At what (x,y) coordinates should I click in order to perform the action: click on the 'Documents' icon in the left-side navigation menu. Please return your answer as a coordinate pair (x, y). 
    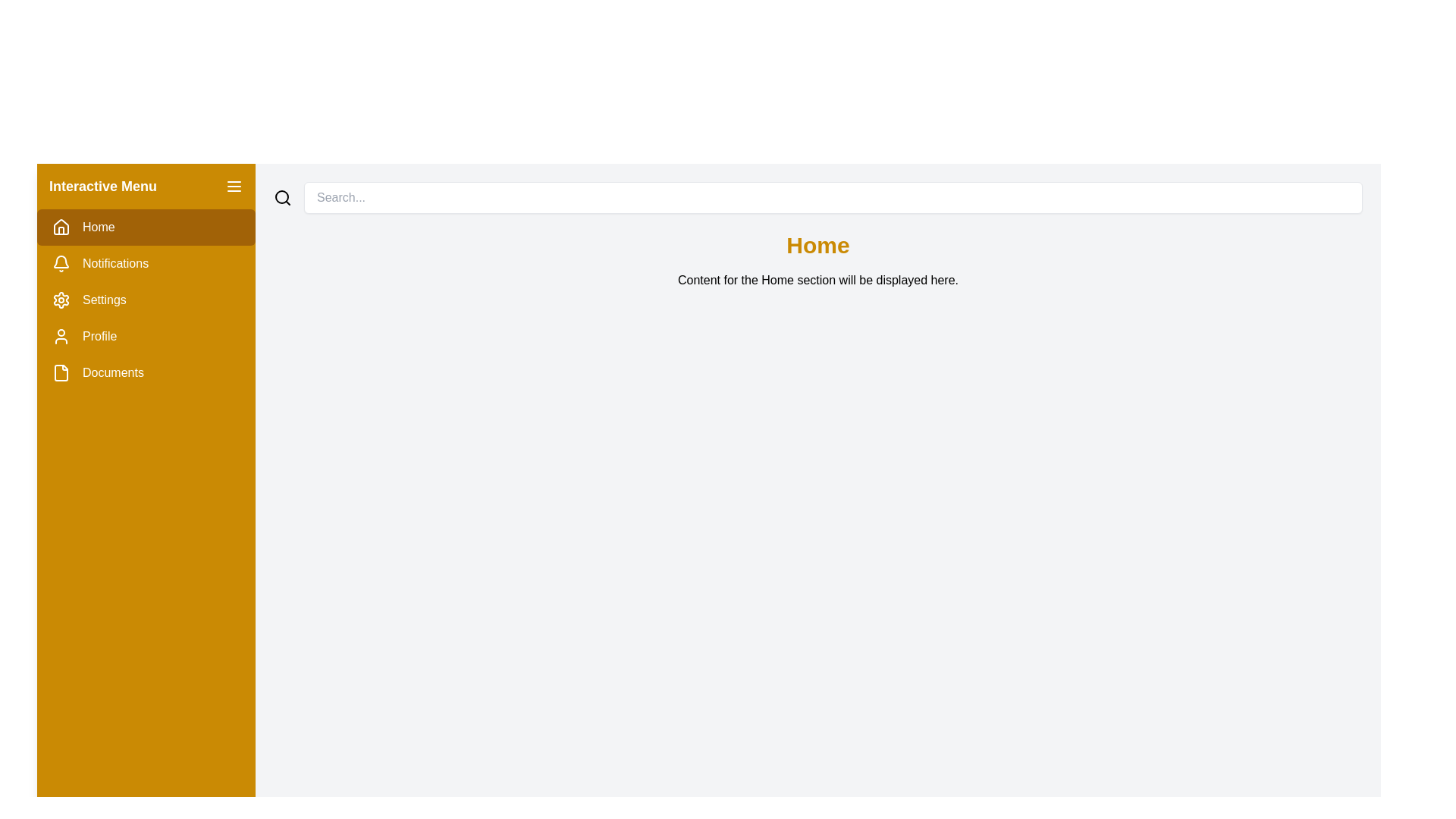
    Looking at the image, I should click on (61, 373).